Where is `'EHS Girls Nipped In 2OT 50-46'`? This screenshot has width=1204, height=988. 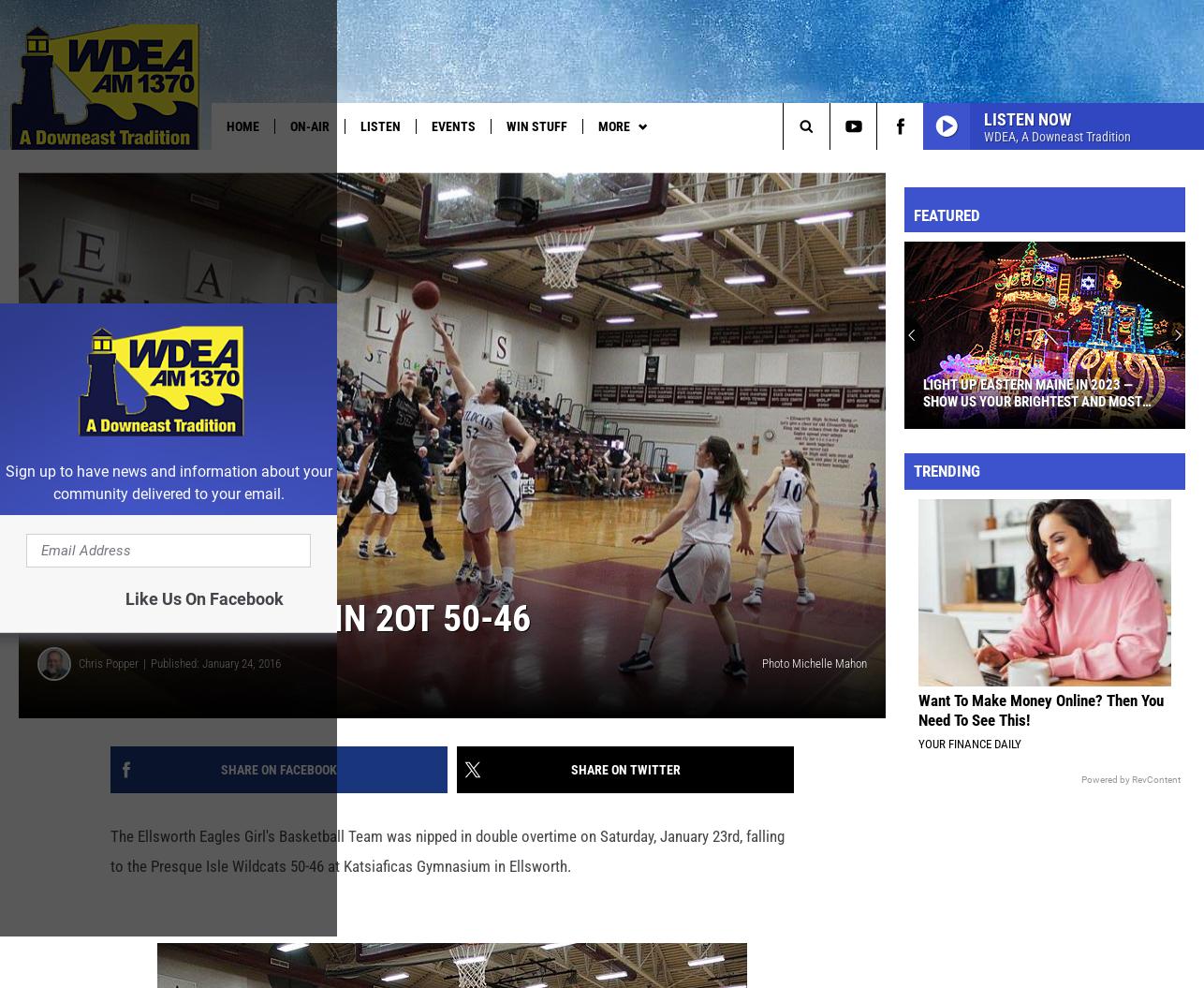
'EHS Girls Nipped In 2OT 50-46' is located at coordinates (284, 647).